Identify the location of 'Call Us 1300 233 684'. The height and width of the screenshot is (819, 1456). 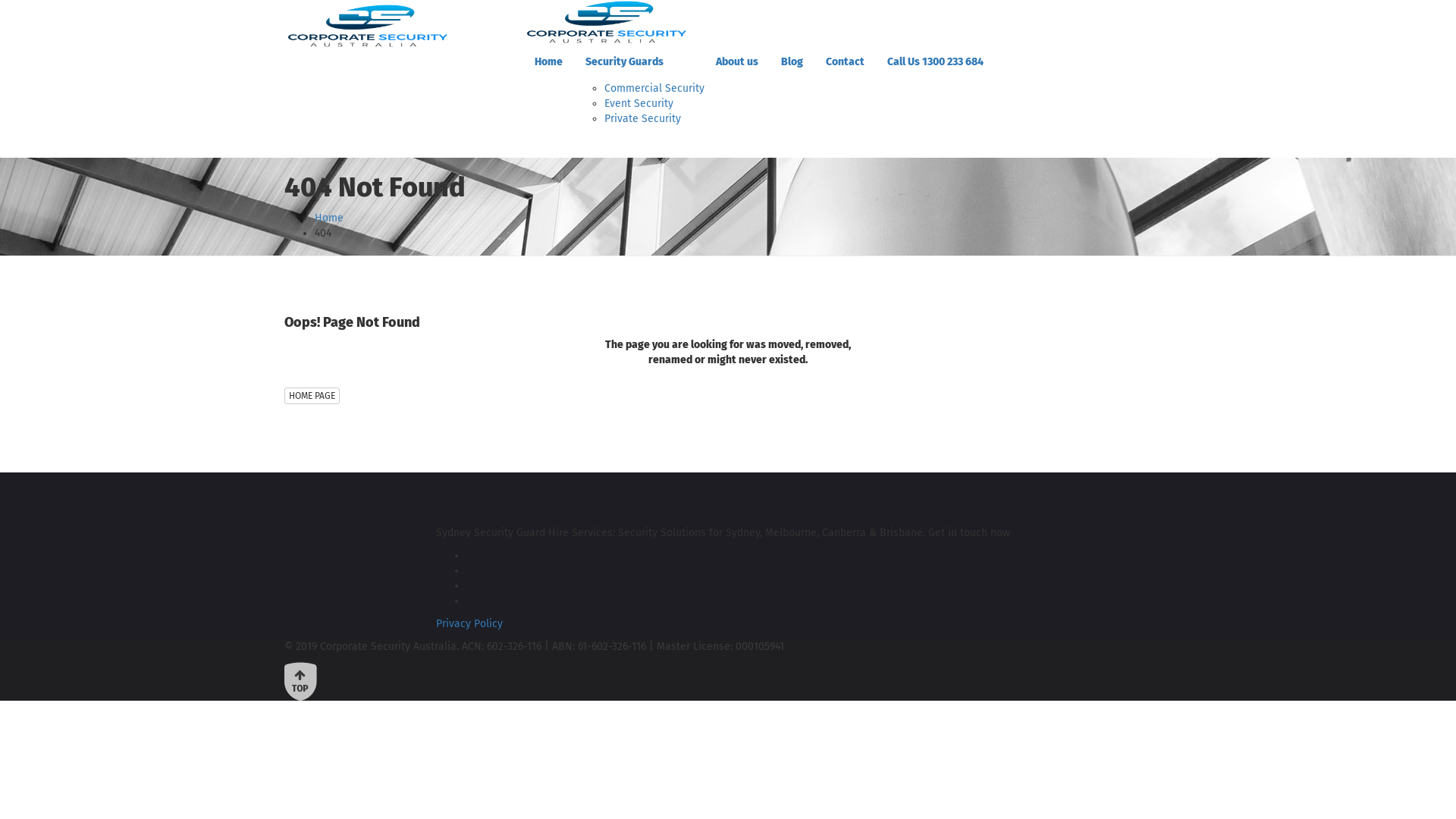
(934, 61).